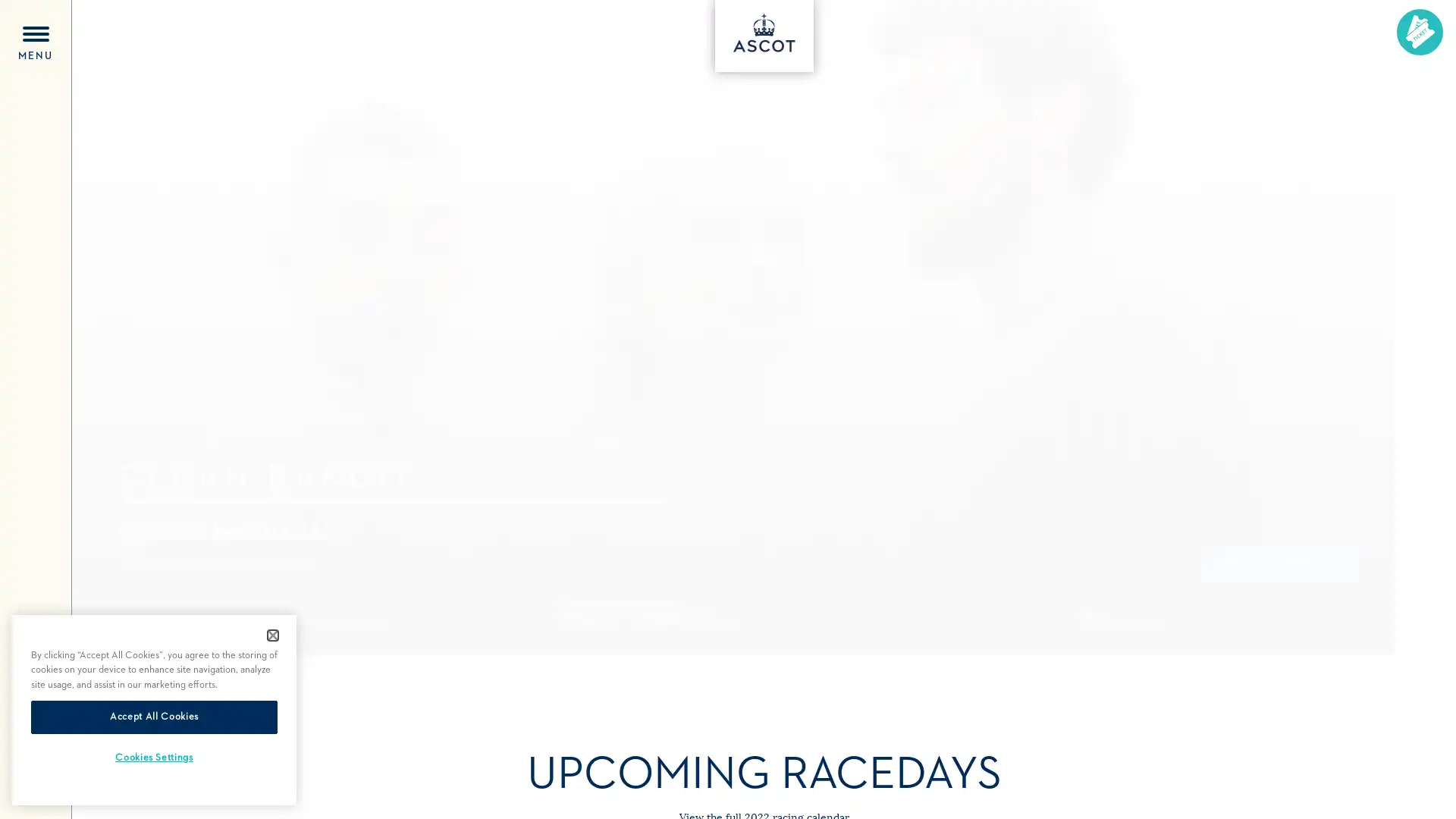 The width and height of the screenshot is (1456, 819). Describe the element at coordinates (273, 635) in the screenshot. I see `Close` at that location.